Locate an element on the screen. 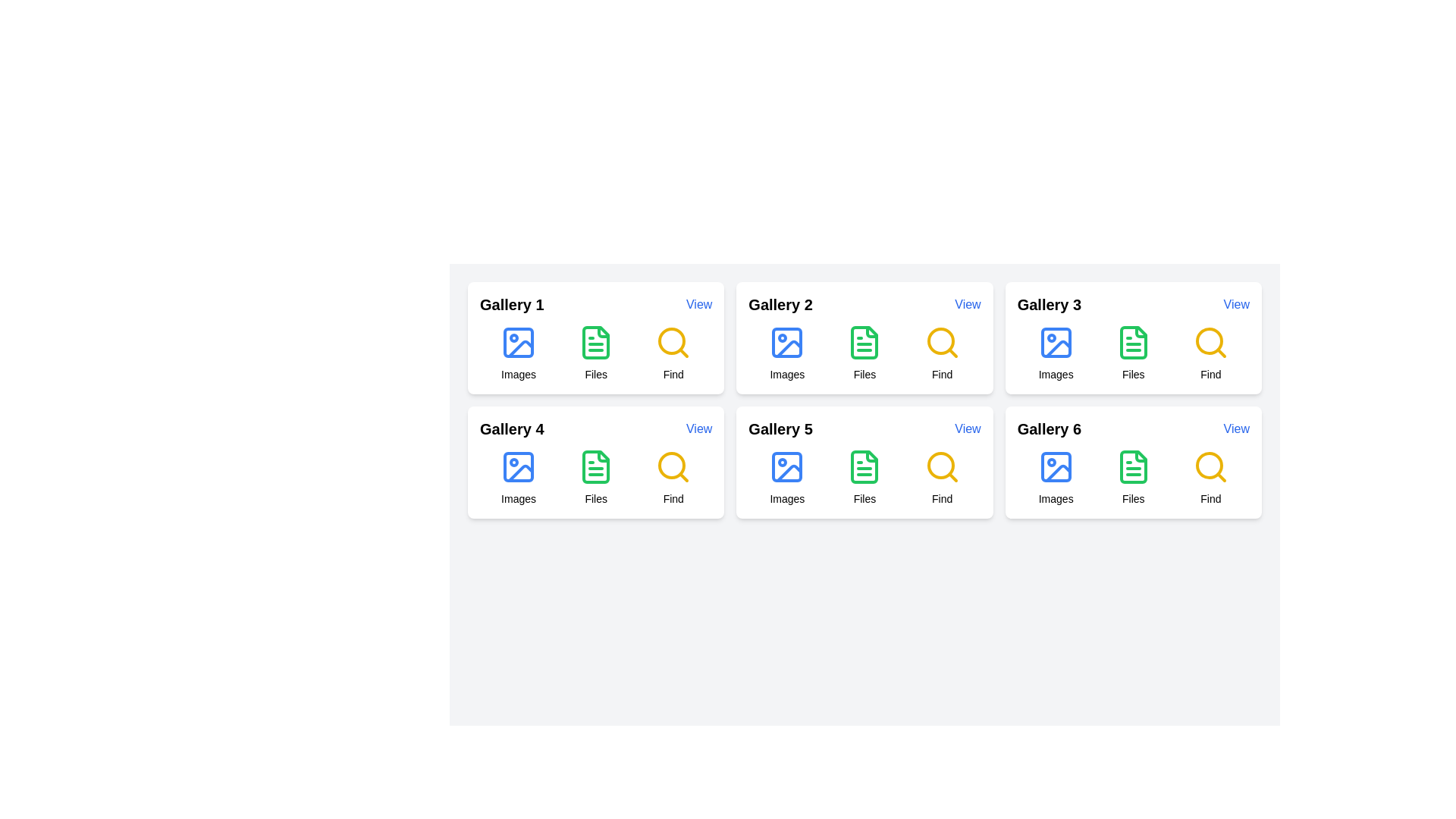 Image resolution: width=1456 pixels, height=819 pixels. the 'Find' icon located in the top-right section of the second gallery card, which represents the search function is located at coordinates (941, 353).